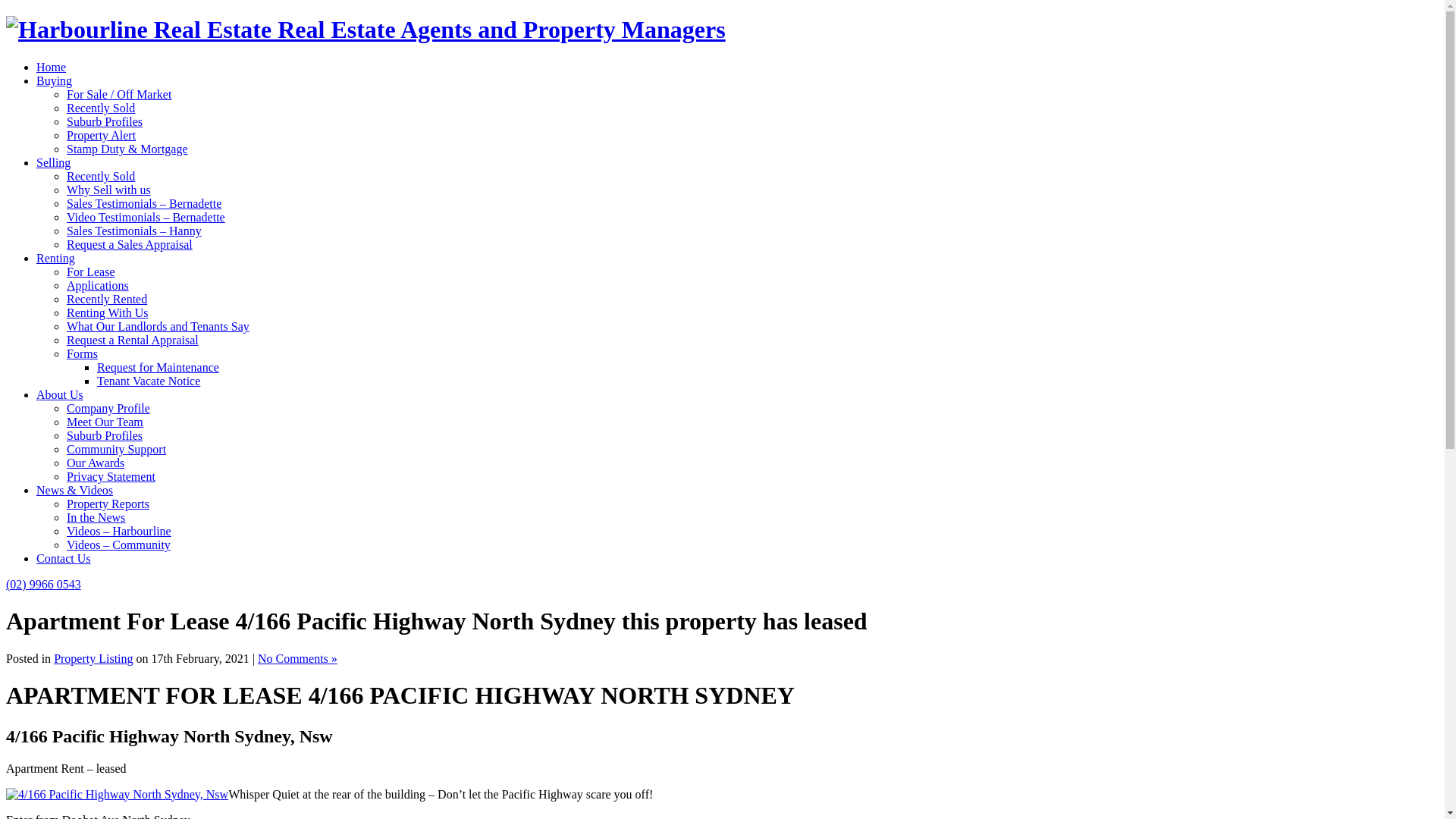 The width and height of the screenshot is (1456, 819). I want to click on 'Property Reports', so click(65, 504).